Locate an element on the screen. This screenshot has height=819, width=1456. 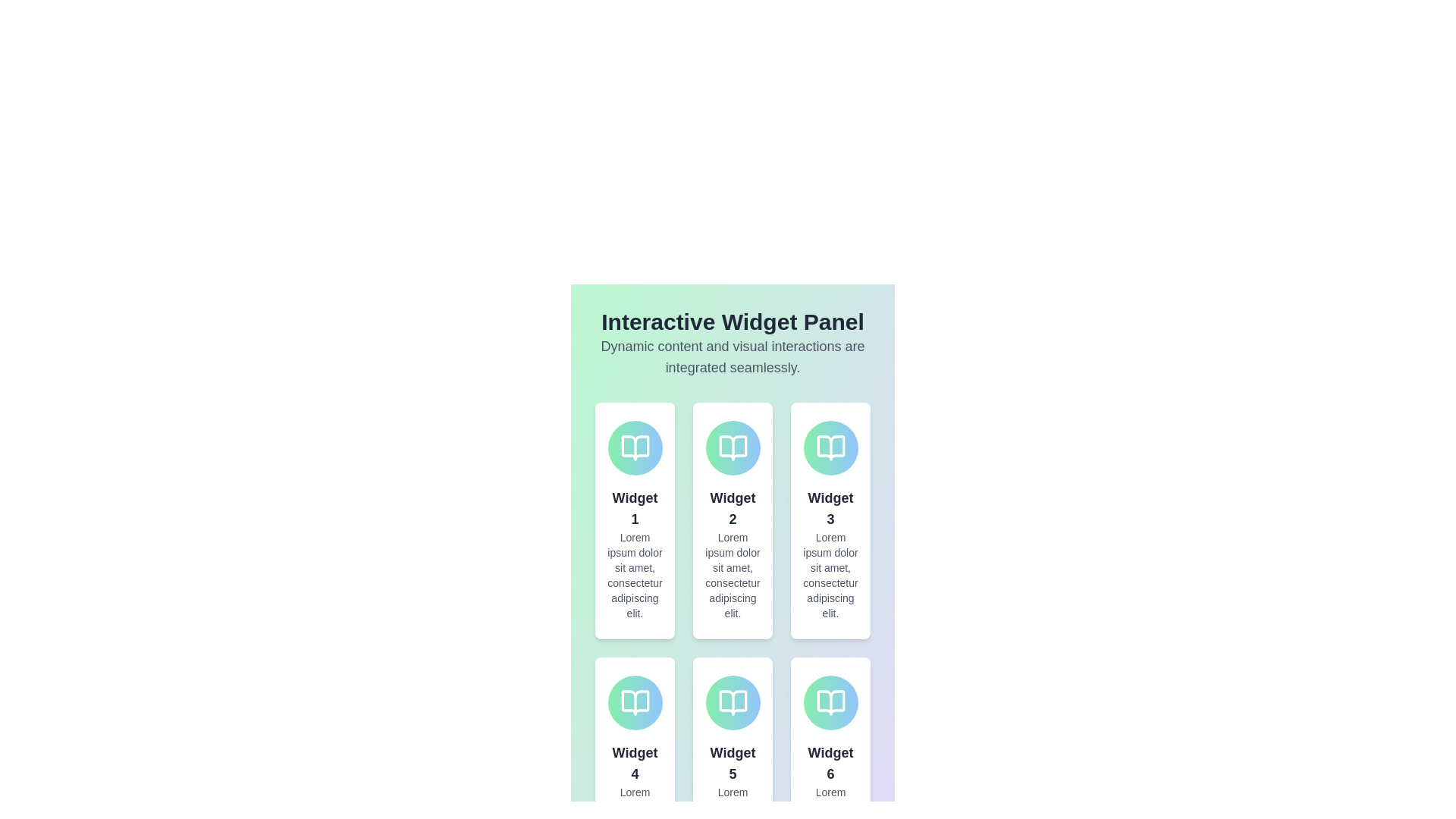
the Text label located in the lower section of the sixth card in the grid, which is positioned in the second row, last column is located at coordinates (830, 763).